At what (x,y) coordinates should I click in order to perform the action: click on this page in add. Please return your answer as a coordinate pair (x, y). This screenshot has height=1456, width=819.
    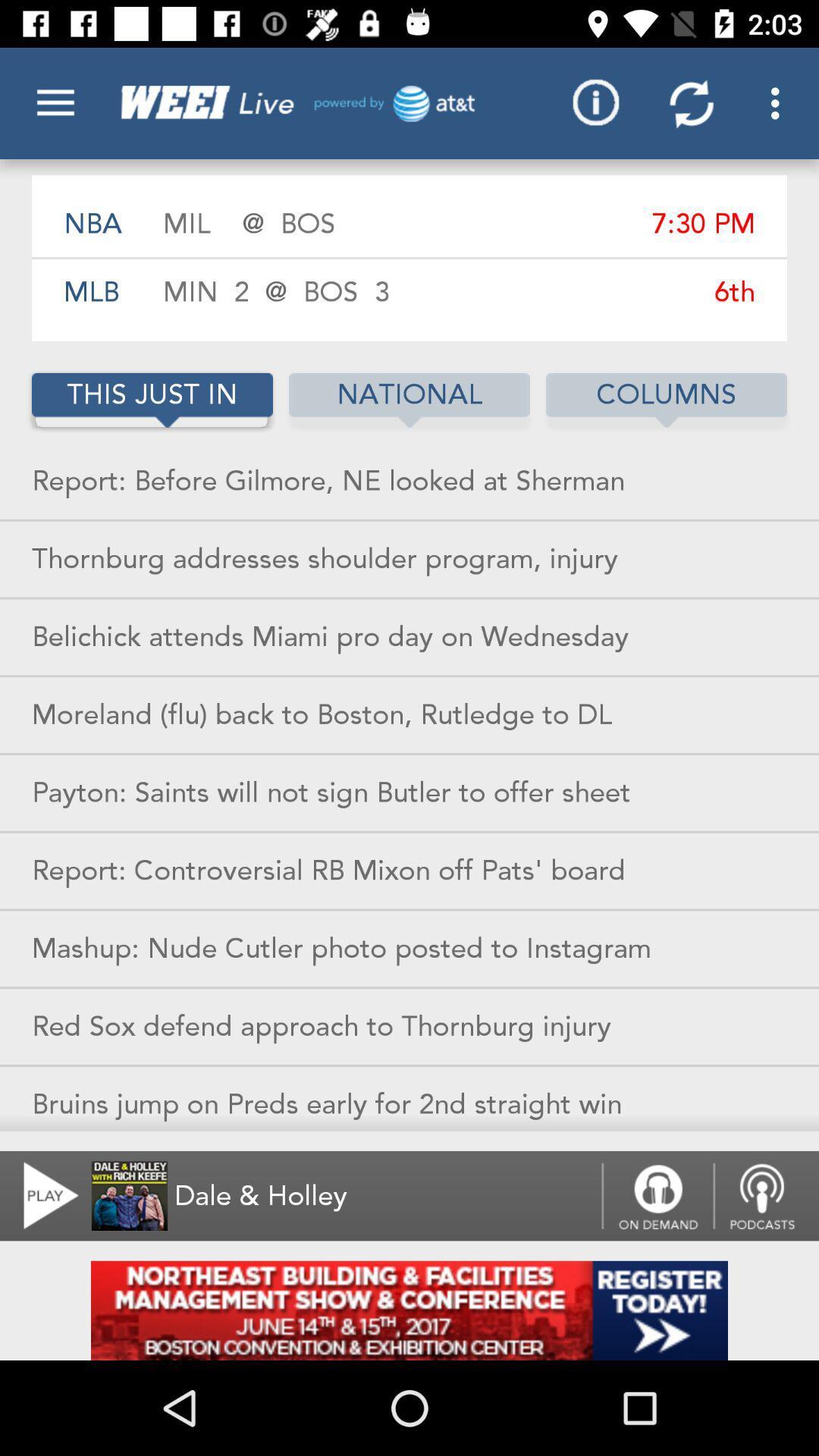
    Looking at the image, I should click on (409, 1310).